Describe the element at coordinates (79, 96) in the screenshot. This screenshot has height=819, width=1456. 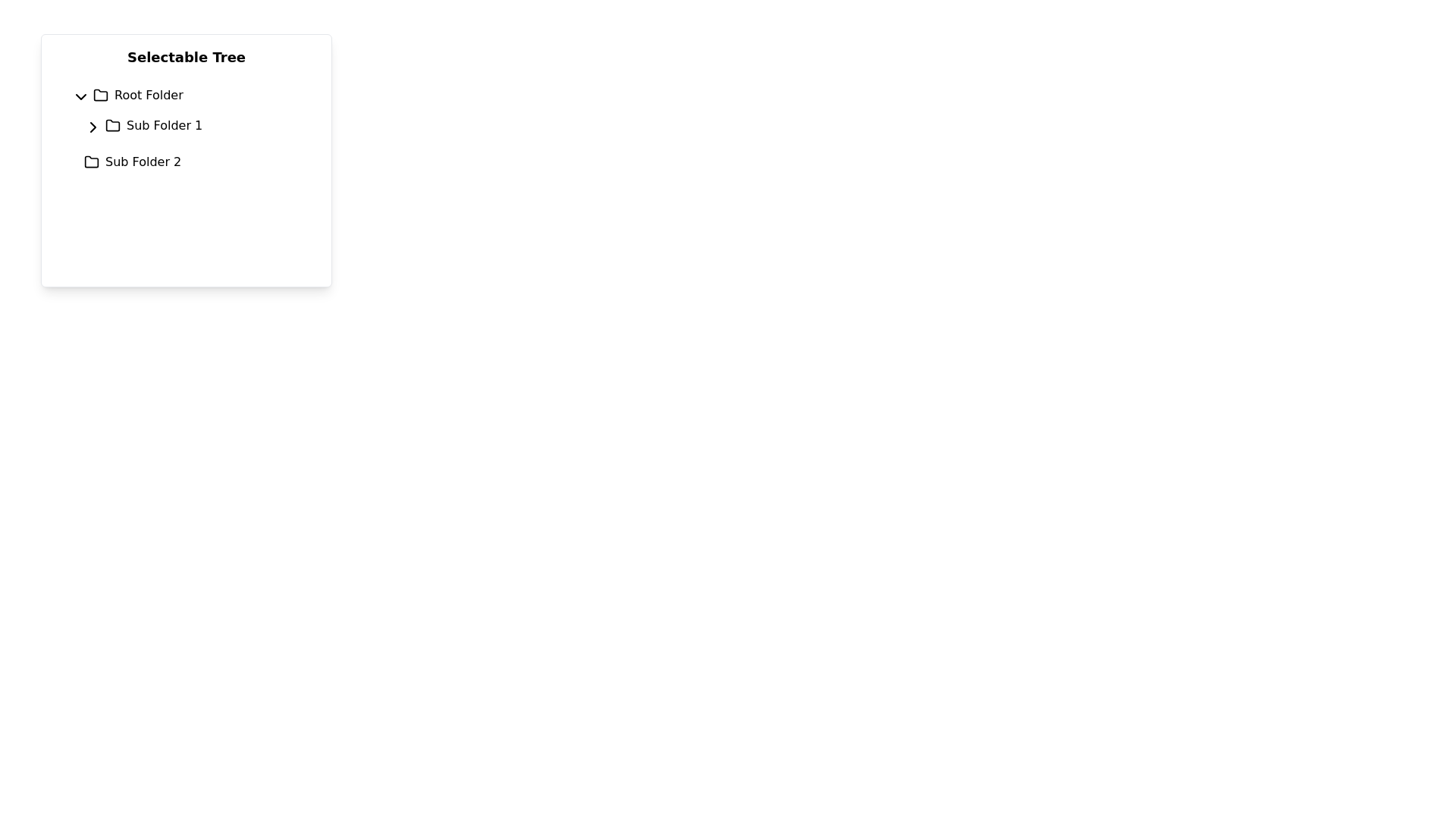
I see `the toggle icon for the 'Root Folder'` at that location.